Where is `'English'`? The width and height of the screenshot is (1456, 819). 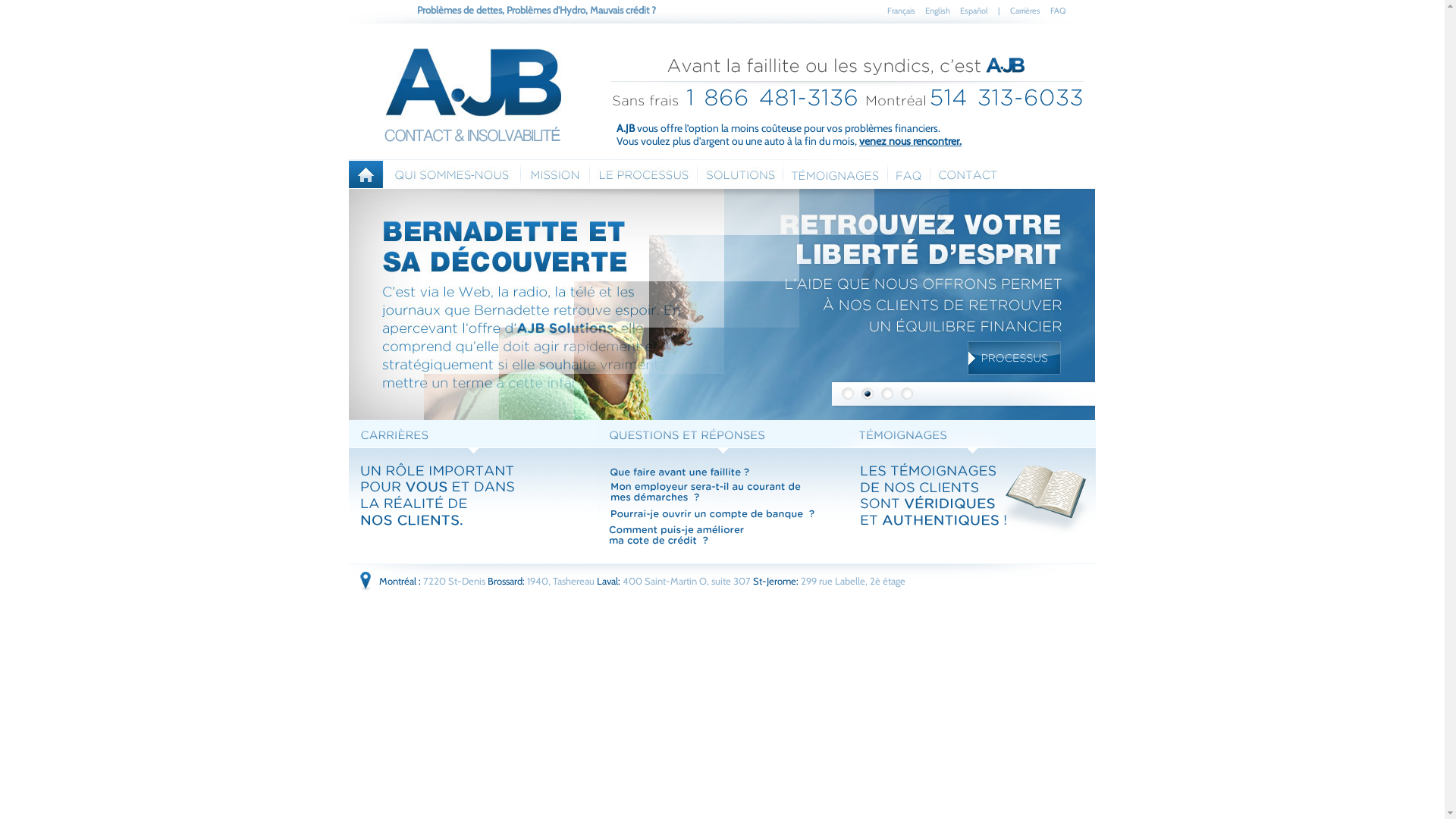
'English' is located at coordinates (937, 11).